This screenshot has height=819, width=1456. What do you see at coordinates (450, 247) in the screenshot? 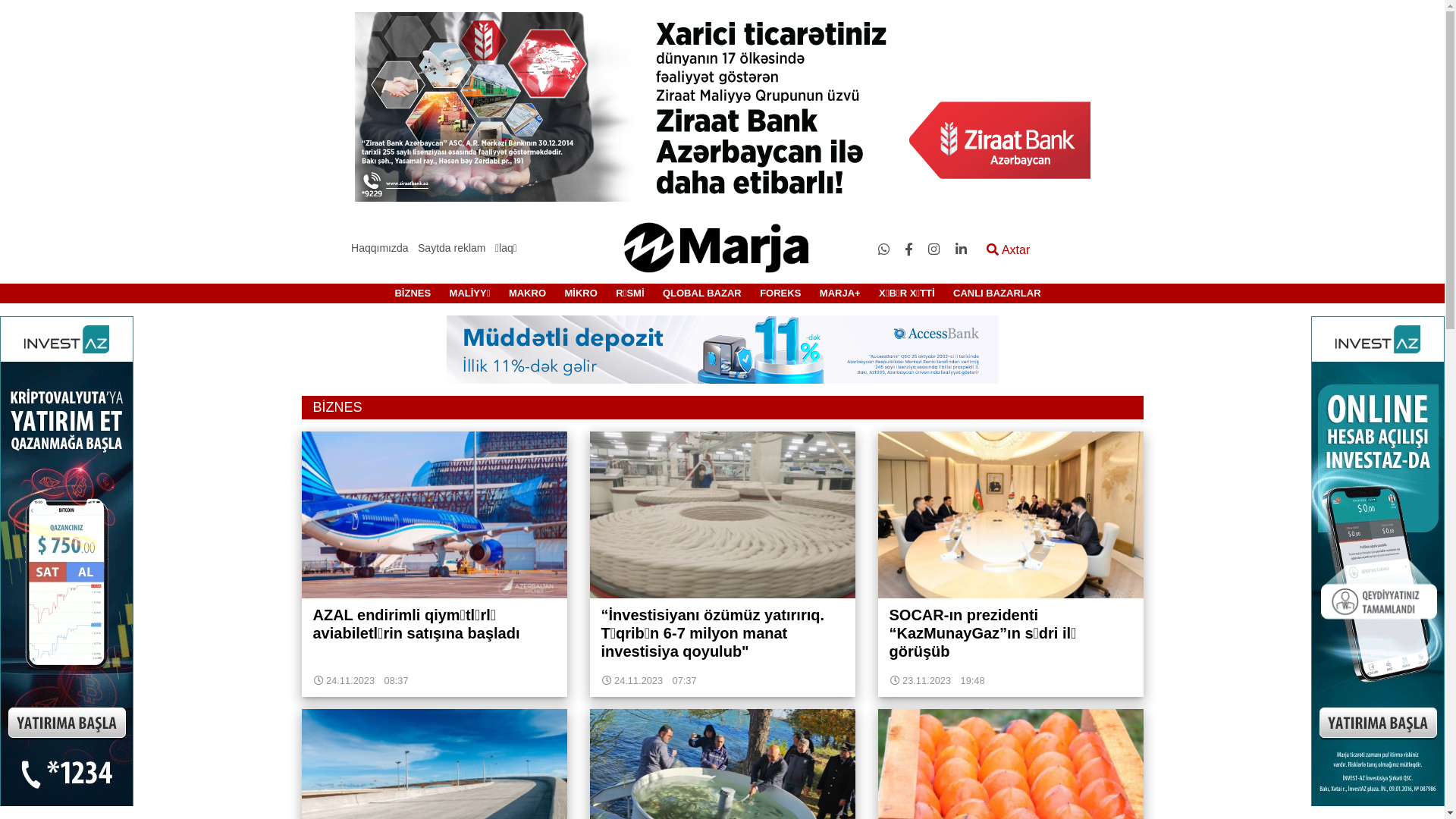
I see `'Saytda reklam'` at bounding box center [450, 247].